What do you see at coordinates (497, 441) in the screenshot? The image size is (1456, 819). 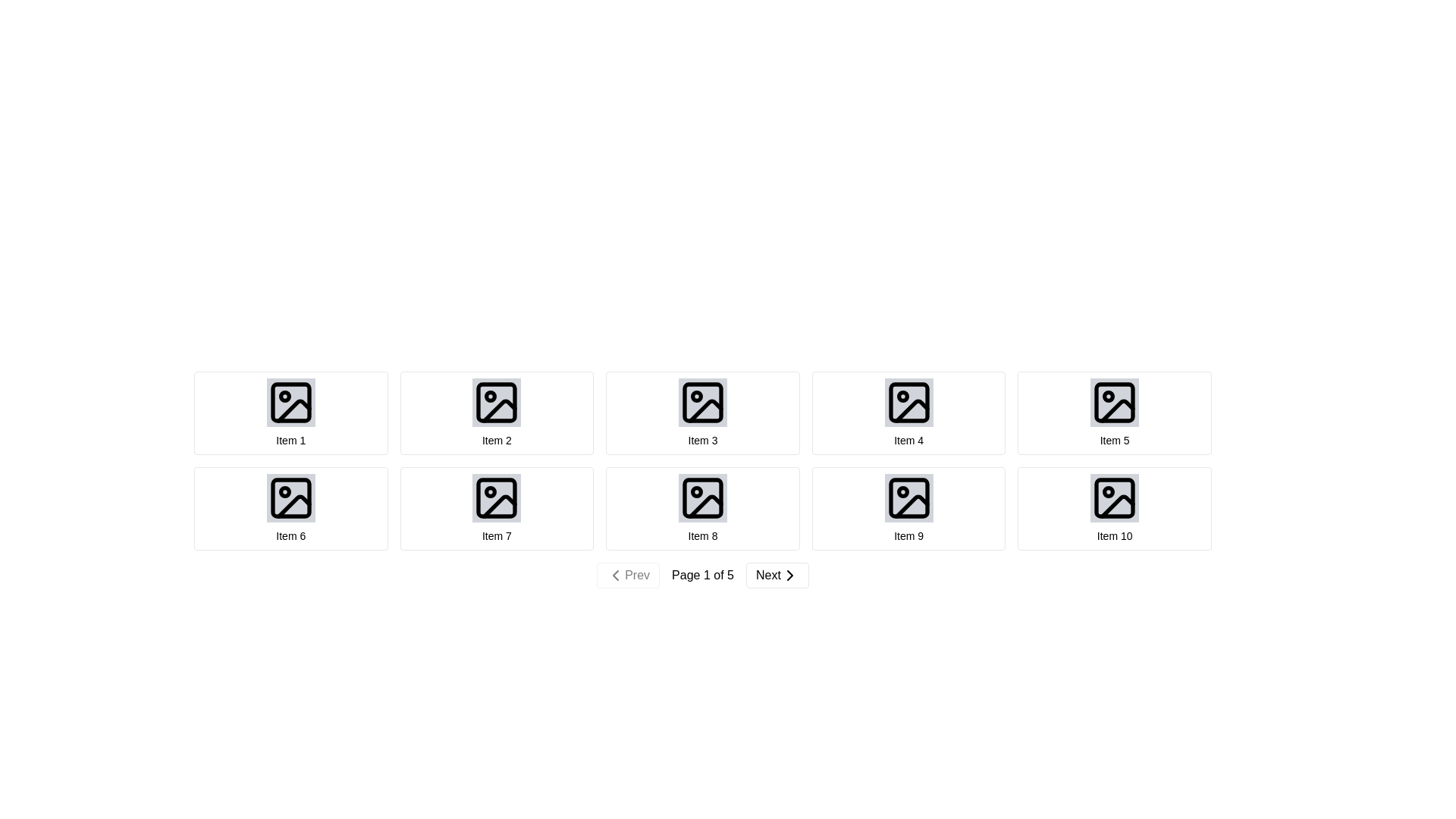 I see `the Text Label that identifies 'Item 2', which is located below the associated image in the second item of a horizontally-arranged grid` at bounding box center [497, 441].